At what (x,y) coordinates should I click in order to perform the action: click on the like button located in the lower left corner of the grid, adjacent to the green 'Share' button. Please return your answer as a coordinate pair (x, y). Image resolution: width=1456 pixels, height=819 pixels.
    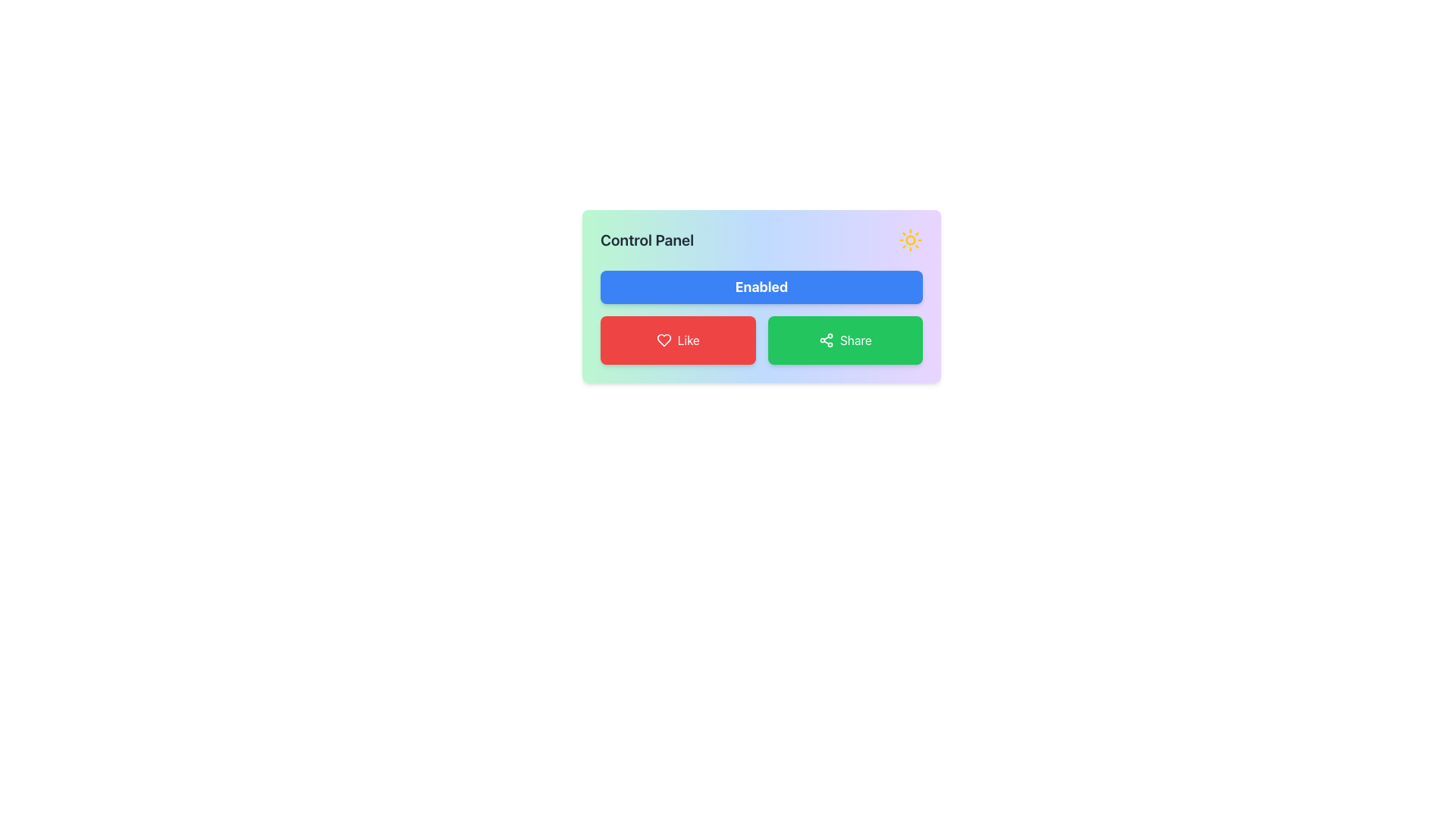
    Looking at the image, I should click on (677, 339).